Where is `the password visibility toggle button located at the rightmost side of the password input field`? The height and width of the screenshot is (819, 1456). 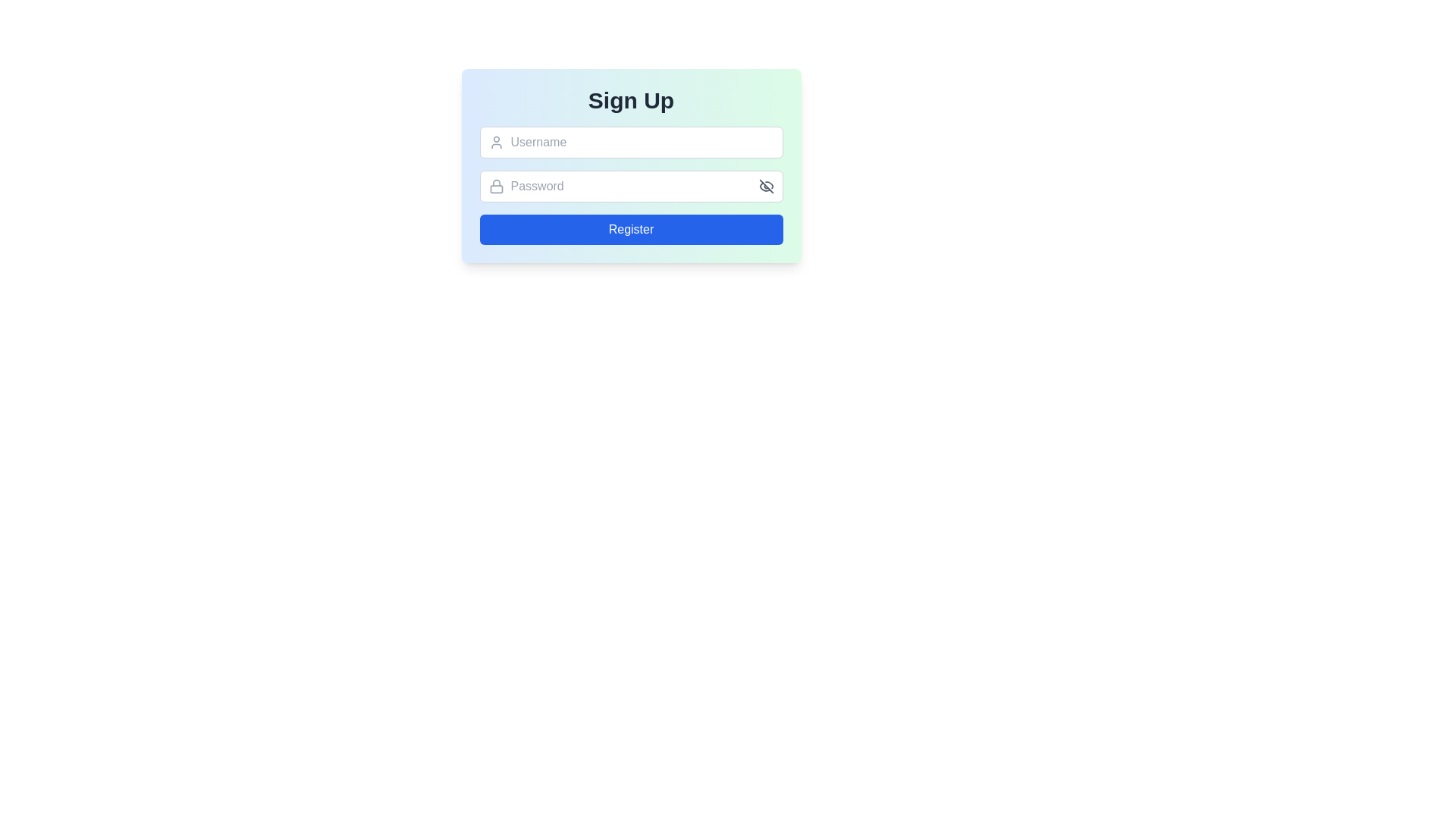
the password visibility toggle button located at the rightmost side of the password input field is located at coordinates (766, 186).